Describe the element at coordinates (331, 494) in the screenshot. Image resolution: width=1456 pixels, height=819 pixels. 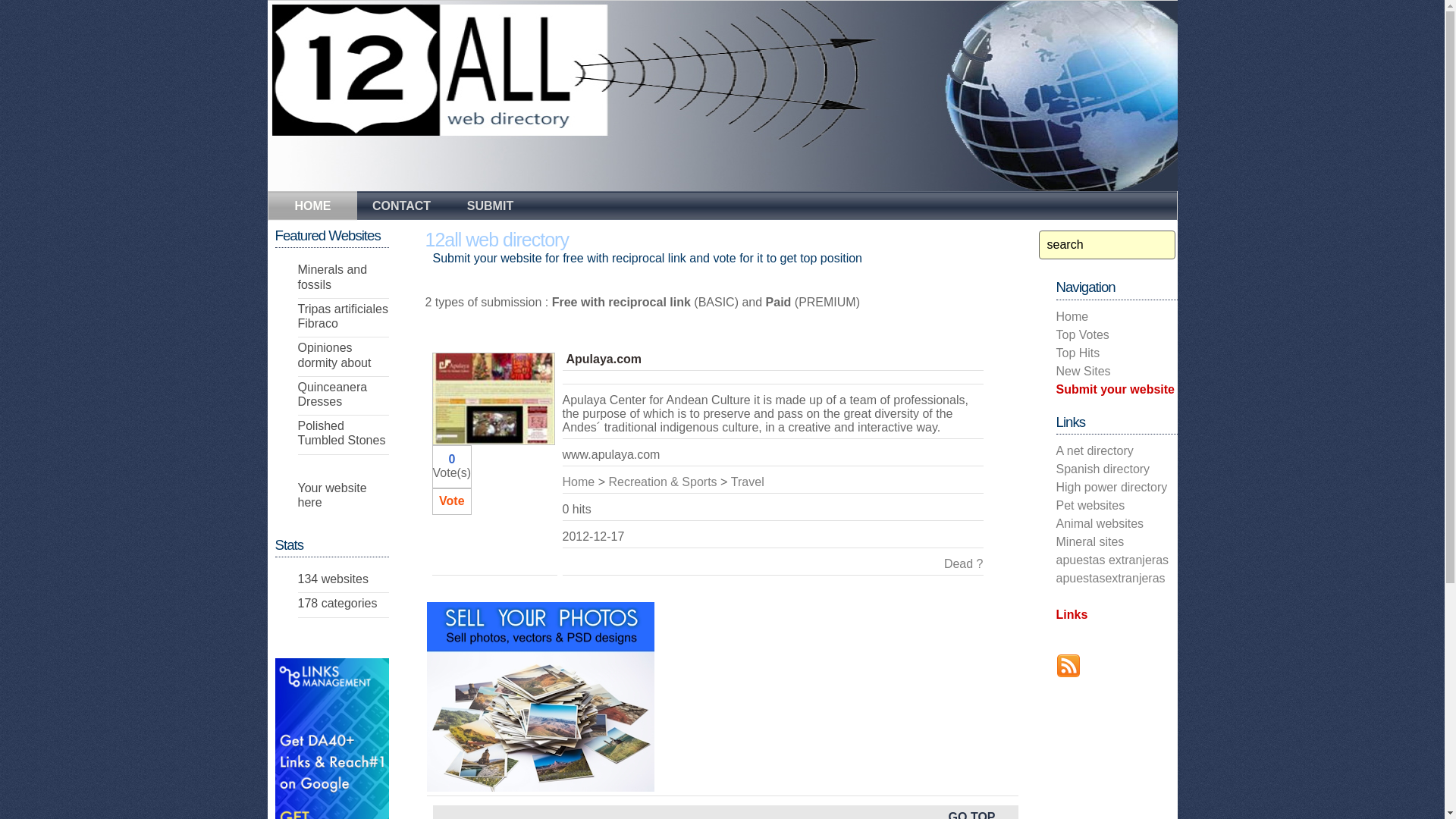
I see `'Your website here'` at that location.